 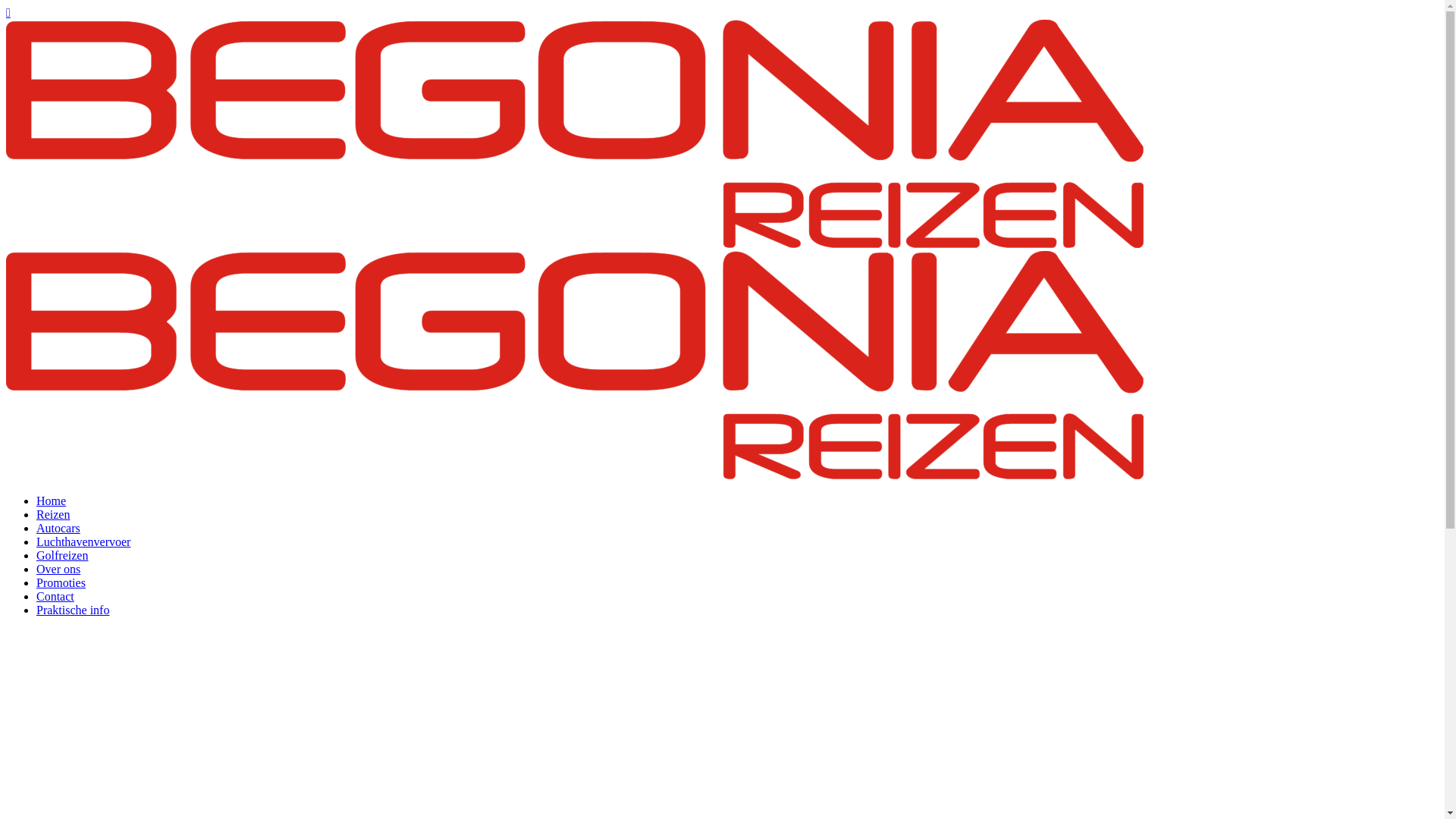 What do you see at coordinates (53, 513) in the screenshot?
I see `'Reizen'` at bounding box center [53, 513].